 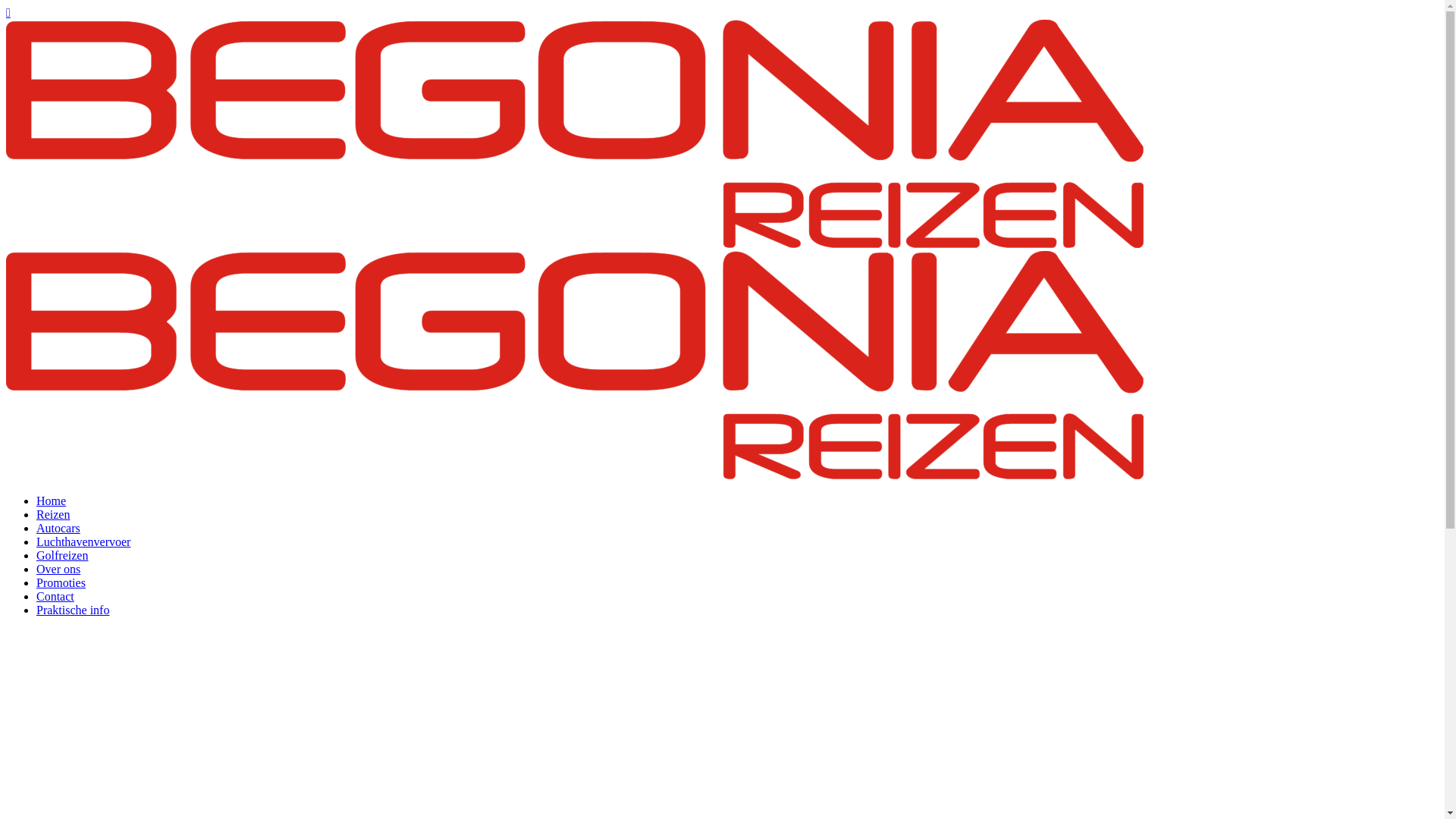 What do you see at coordinates (53, 513) in the screenshot?
I see `'Reizen'` at bounding box center [53, 513].